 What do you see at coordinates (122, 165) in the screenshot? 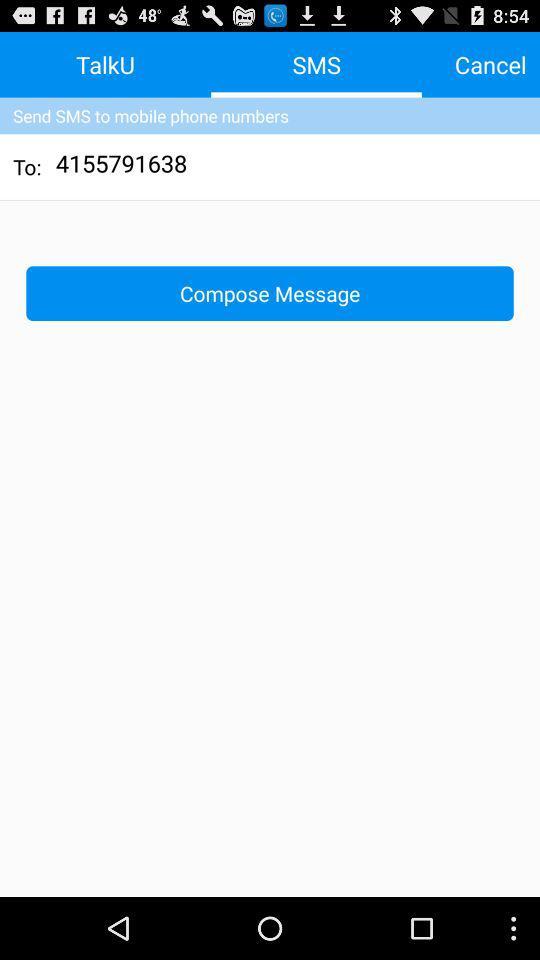
I see `the item next to to: app` at bounding box center [122, 165].